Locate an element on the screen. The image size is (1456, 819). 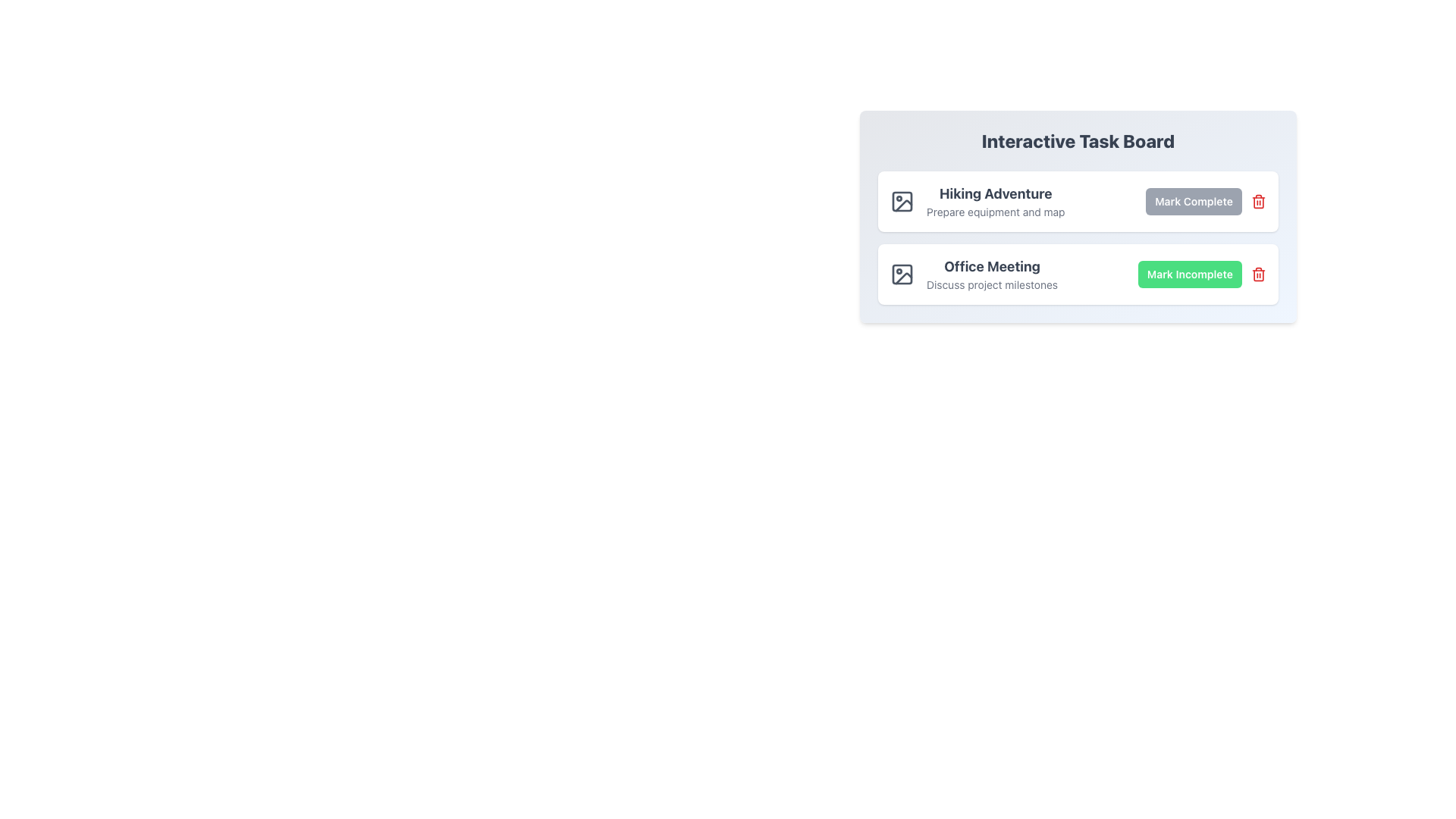
task details from the text and icon group labeled 'Hiking Adventure' with the description 'Prepare equipment and map', located in the upper task card on the right-hand side of the interface is located at coordinates (977, 201).